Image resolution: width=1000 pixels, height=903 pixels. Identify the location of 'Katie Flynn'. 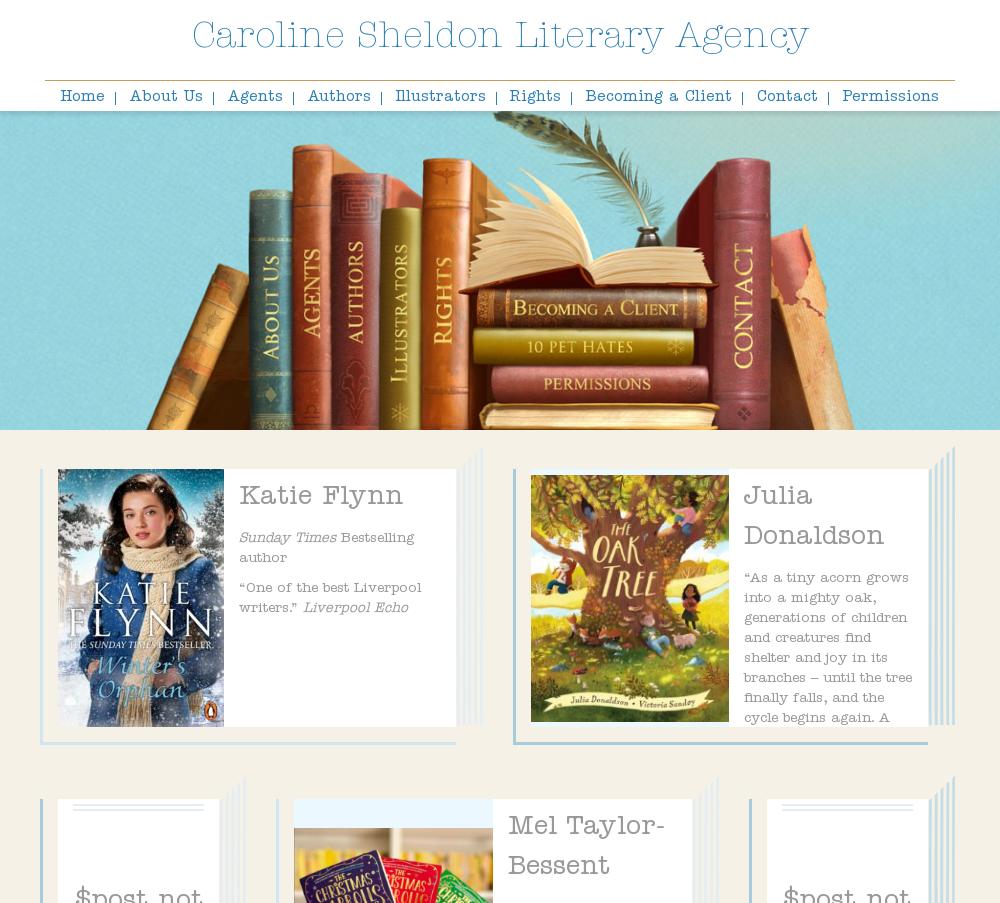
(320, 498).